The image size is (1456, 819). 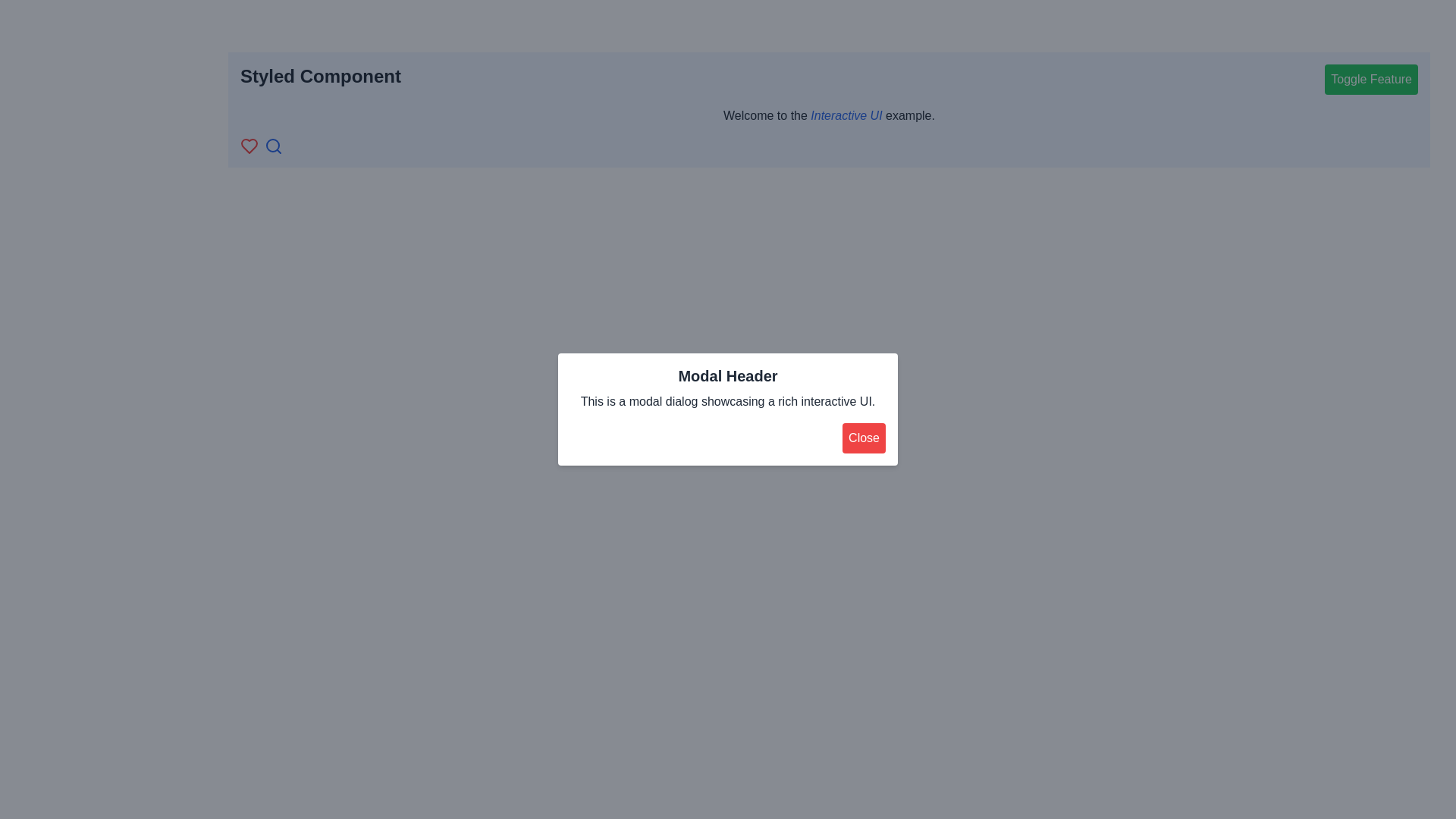 What do you see at coordinates (846, 115) in the screenshot?
I see `the text label displaying 'Interactive UI' styled in blue for more actions` at bounding box center [846, 115].